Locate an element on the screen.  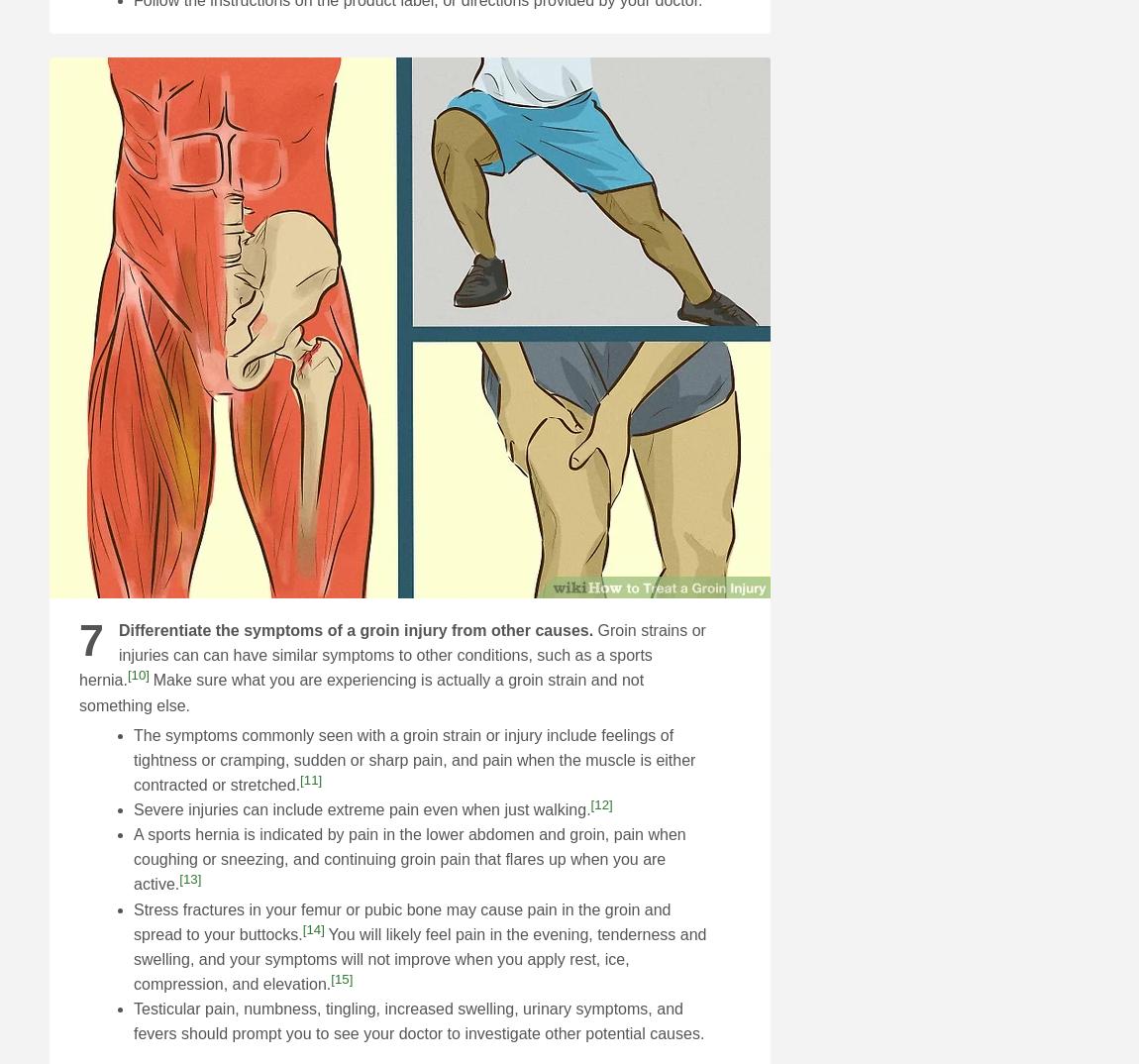
'[15]' is located at coordinates (342, 977).